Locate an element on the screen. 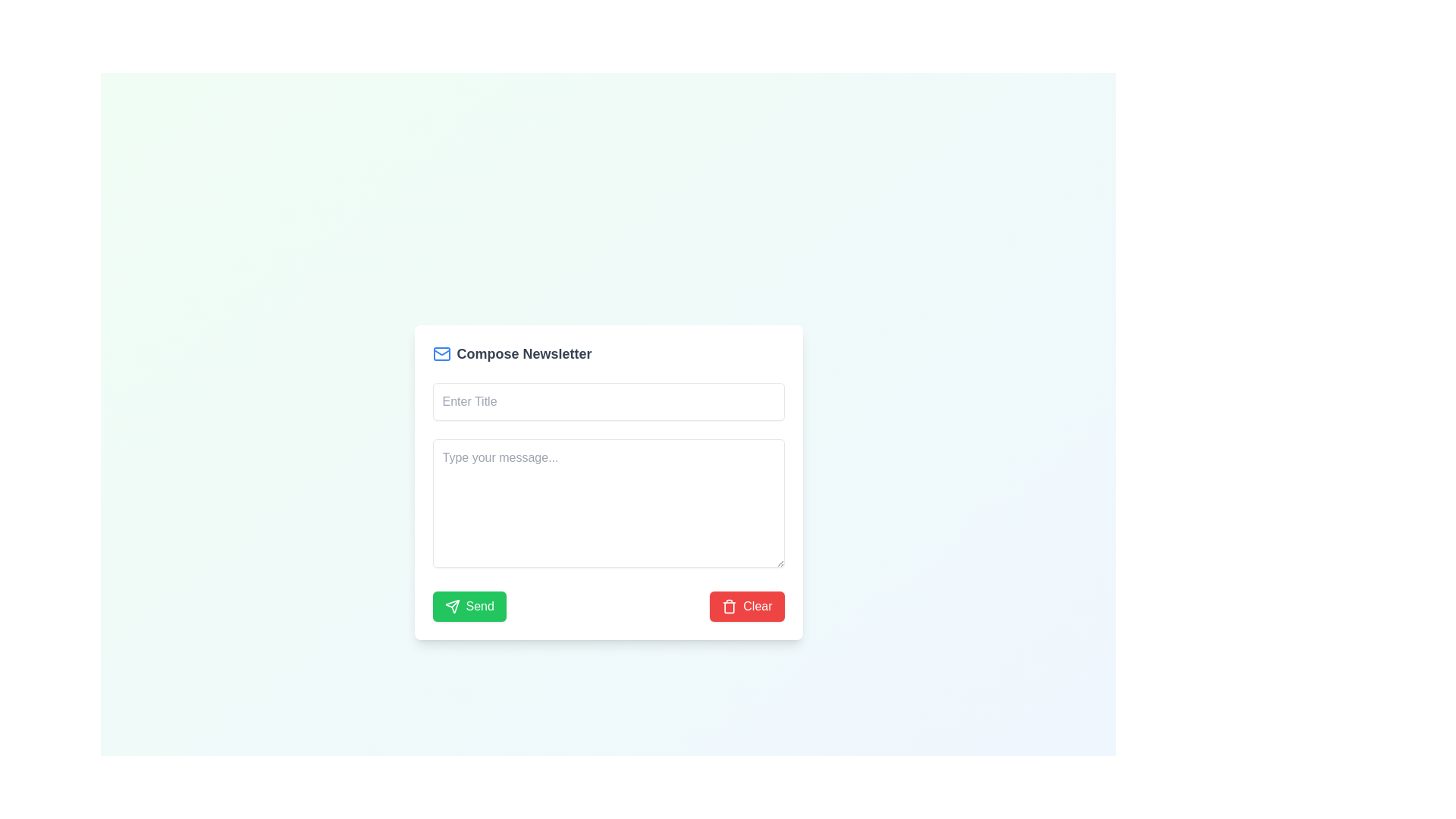 The image size is (1456, 819). the delete icon located within the red 'Clear' button at the bottom-right corner of the form interface is located at coordinates (730, 605).